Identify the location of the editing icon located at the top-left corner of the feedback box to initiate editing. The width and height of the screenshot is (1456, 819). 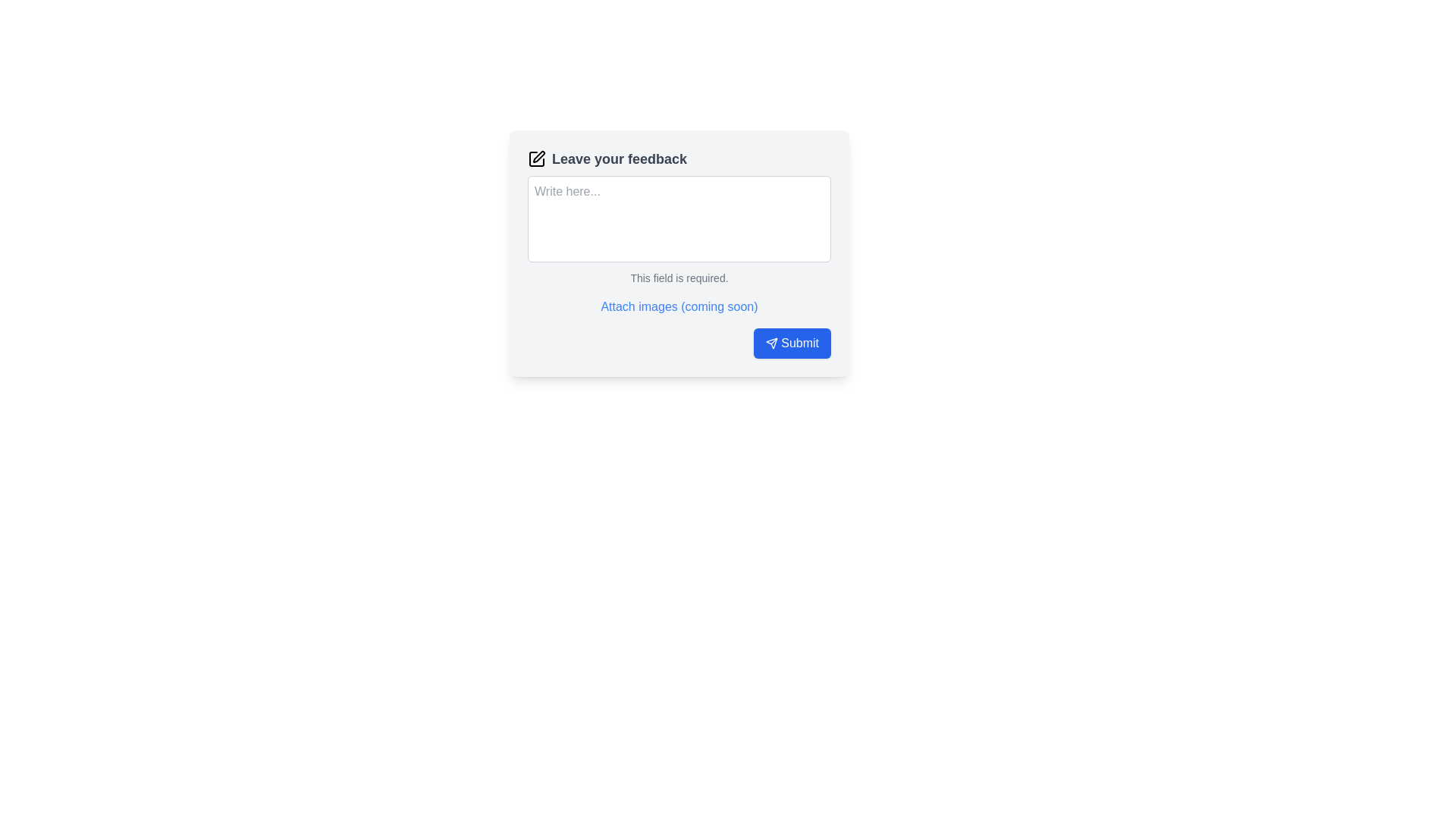
(537, 158).